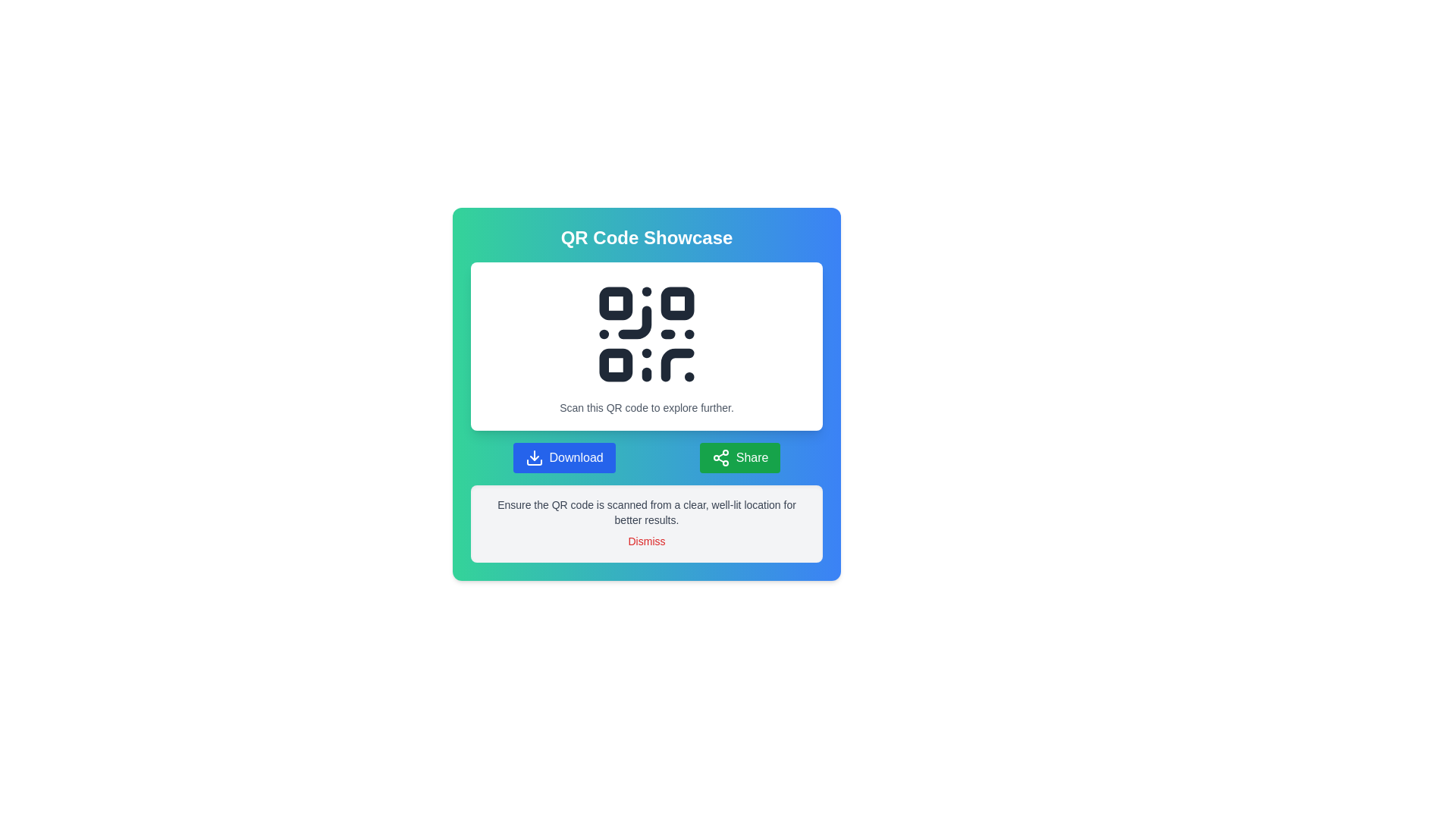 This screenshot has width=1456, height=819. Describe the element at coordinates (647, 512) in the screenshot. I see `the text label that provides the instruction 'Ensure the QR code is scanned from a clear, well-lit location for better results.'` at that location.